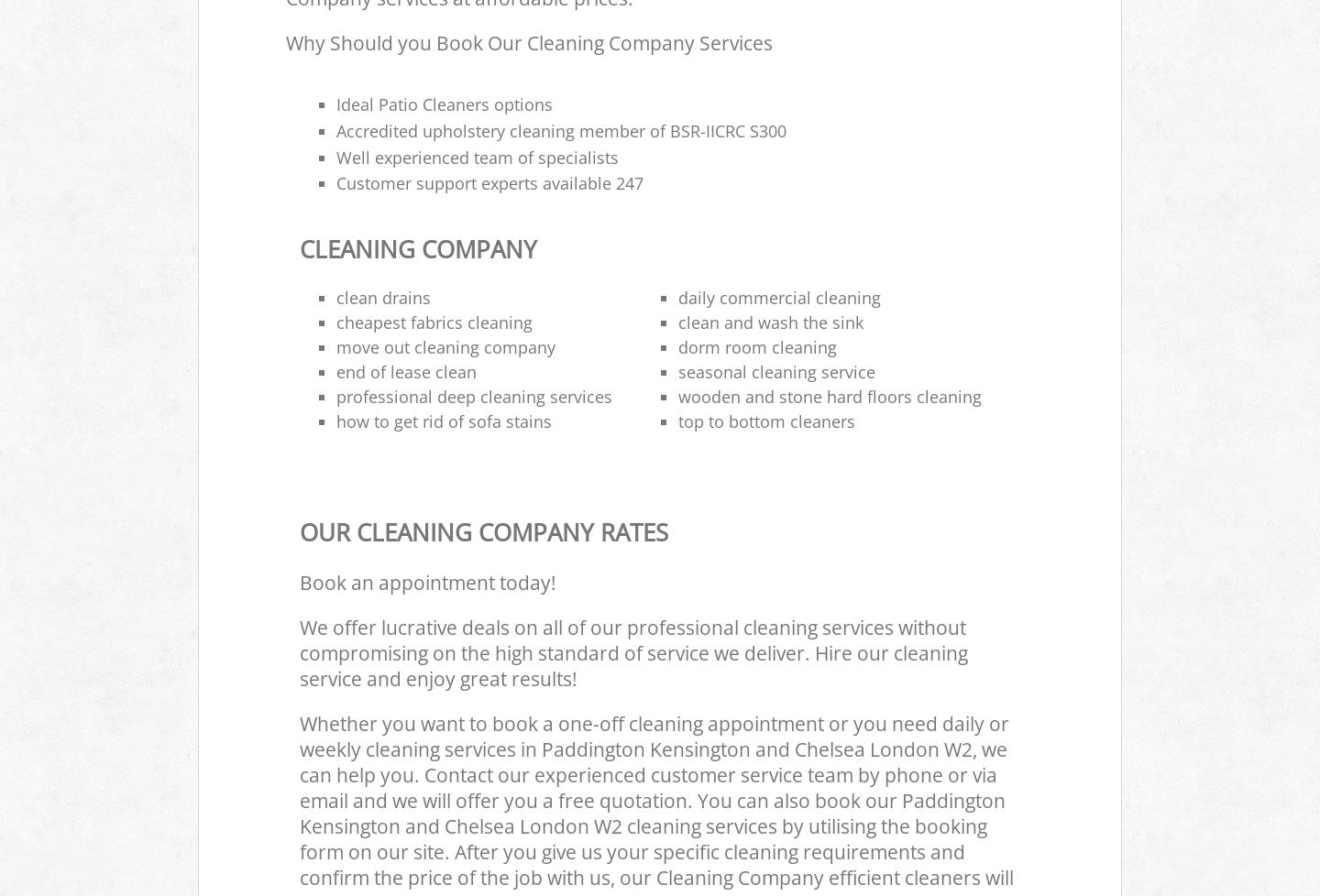 This screenshot has height=896, width=1320. I want to click on 'seasonal cleaning service', so click(775, 370).